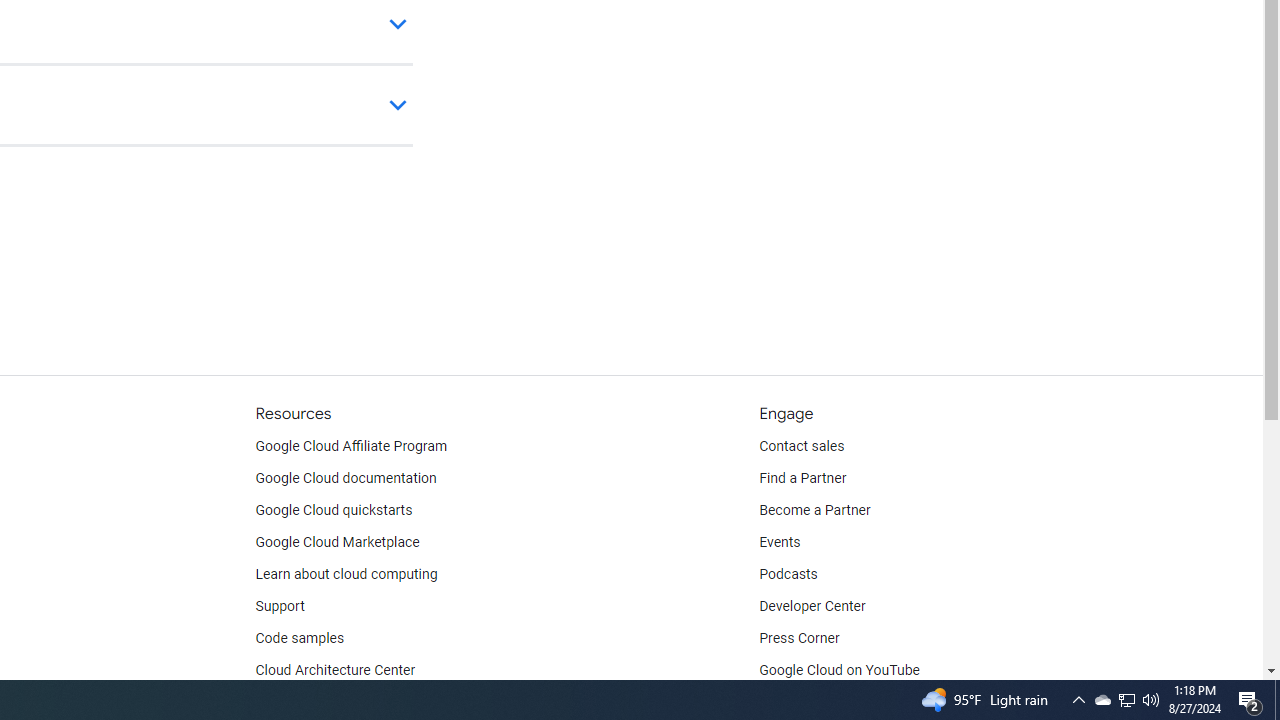 The height and width of the screenshot is (720, 1280). What do you see at coordinates (337, 542) in the screenshot?
I see `'Google Cloud Marketplace'` at bounding box center [337, 542].